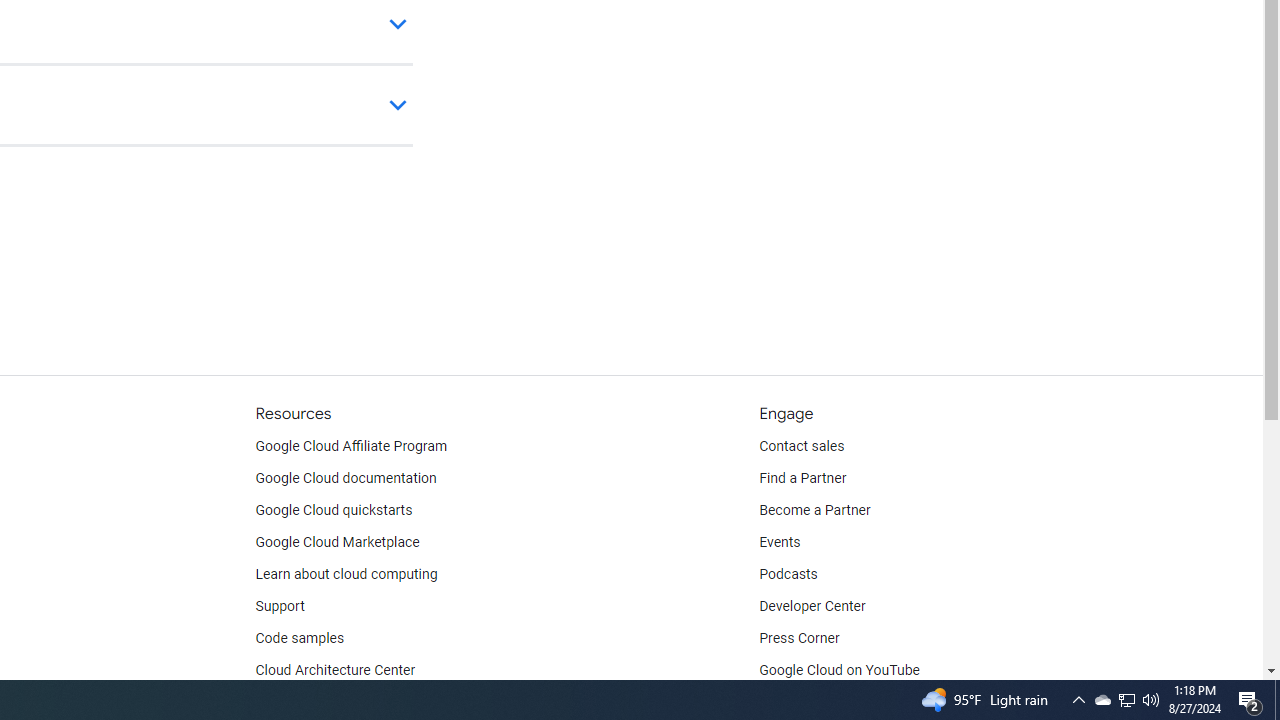 The height and width of the screenshot is (720, 1280). What do you see at coordinates (337, 542) in the screenshot?
I see `'Google Cloud Marketplace'` at bounding box center [337, 542].